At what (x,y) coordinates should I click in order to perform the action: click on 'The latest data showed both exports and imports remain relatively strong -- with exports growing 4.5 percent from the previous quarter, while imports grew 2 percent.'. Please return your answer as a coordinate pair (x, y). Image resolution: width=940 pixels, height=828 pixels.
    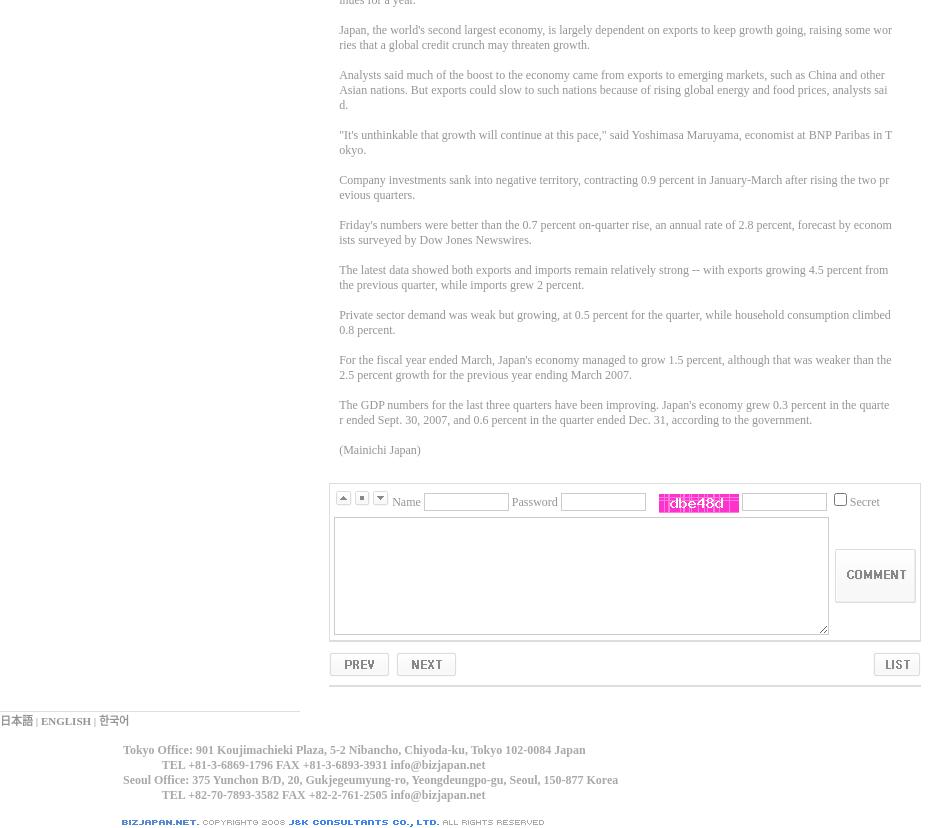
    Looking at the image, I should click on (612, 277).